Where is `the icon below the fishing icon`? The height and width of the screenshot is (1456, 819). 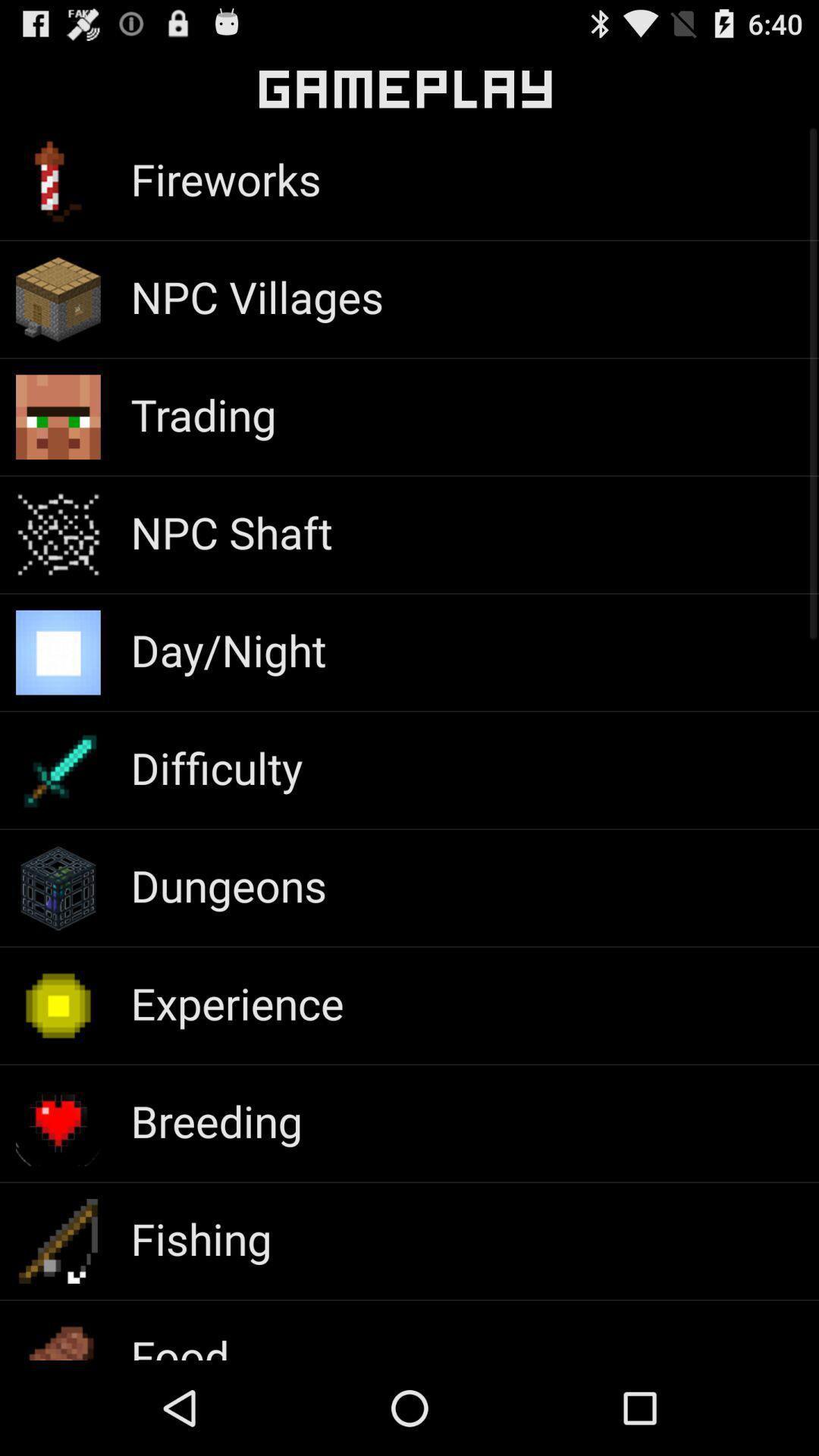 the icon below the fishing icon is located at coordinates (179, 1343).